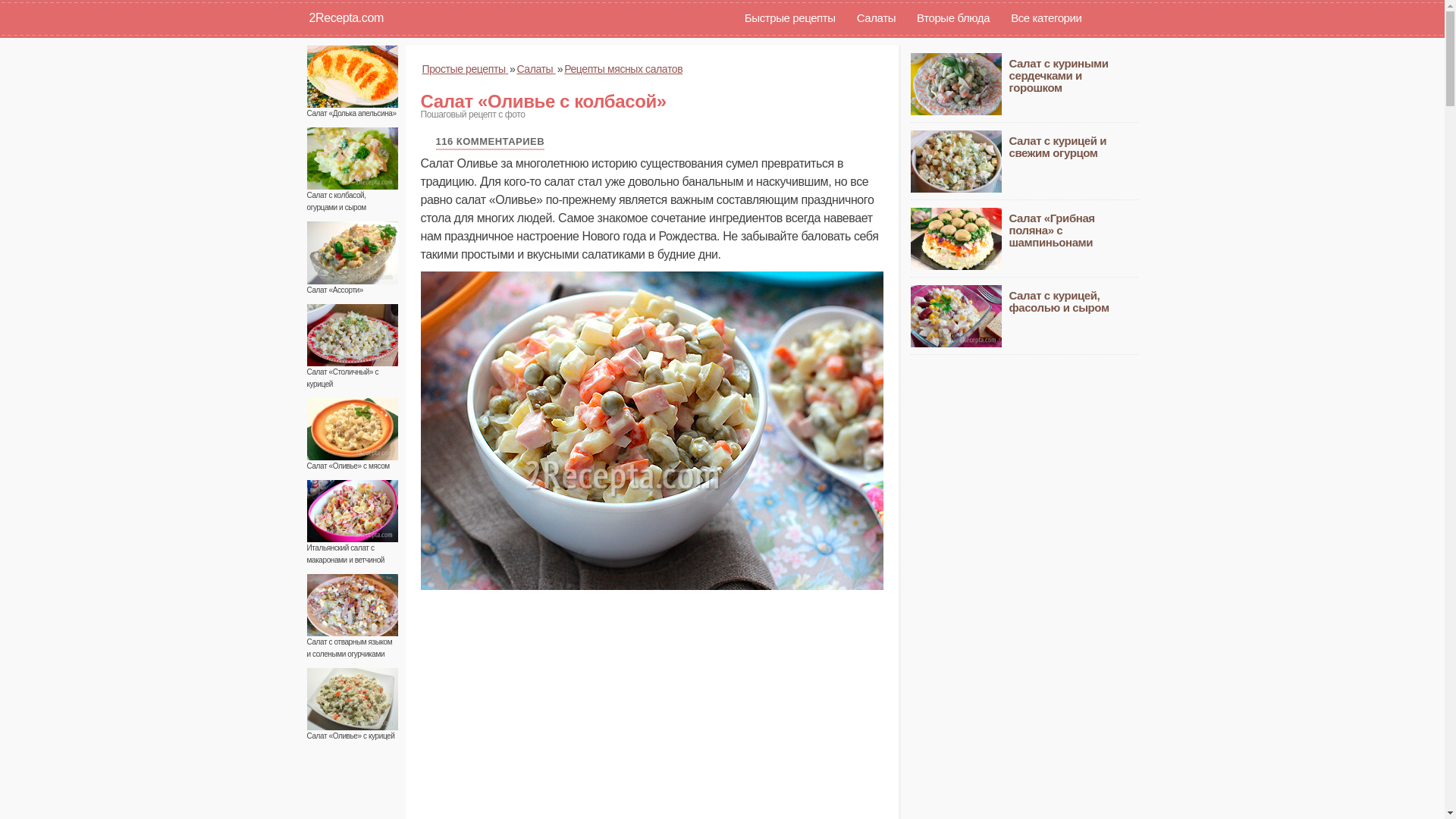 This screenshot has width=1456, height=819. What do you see at coordinates (298, 17) in the screenshot?
I see `'2Recepta.com'` at bounding box center [298, 17].